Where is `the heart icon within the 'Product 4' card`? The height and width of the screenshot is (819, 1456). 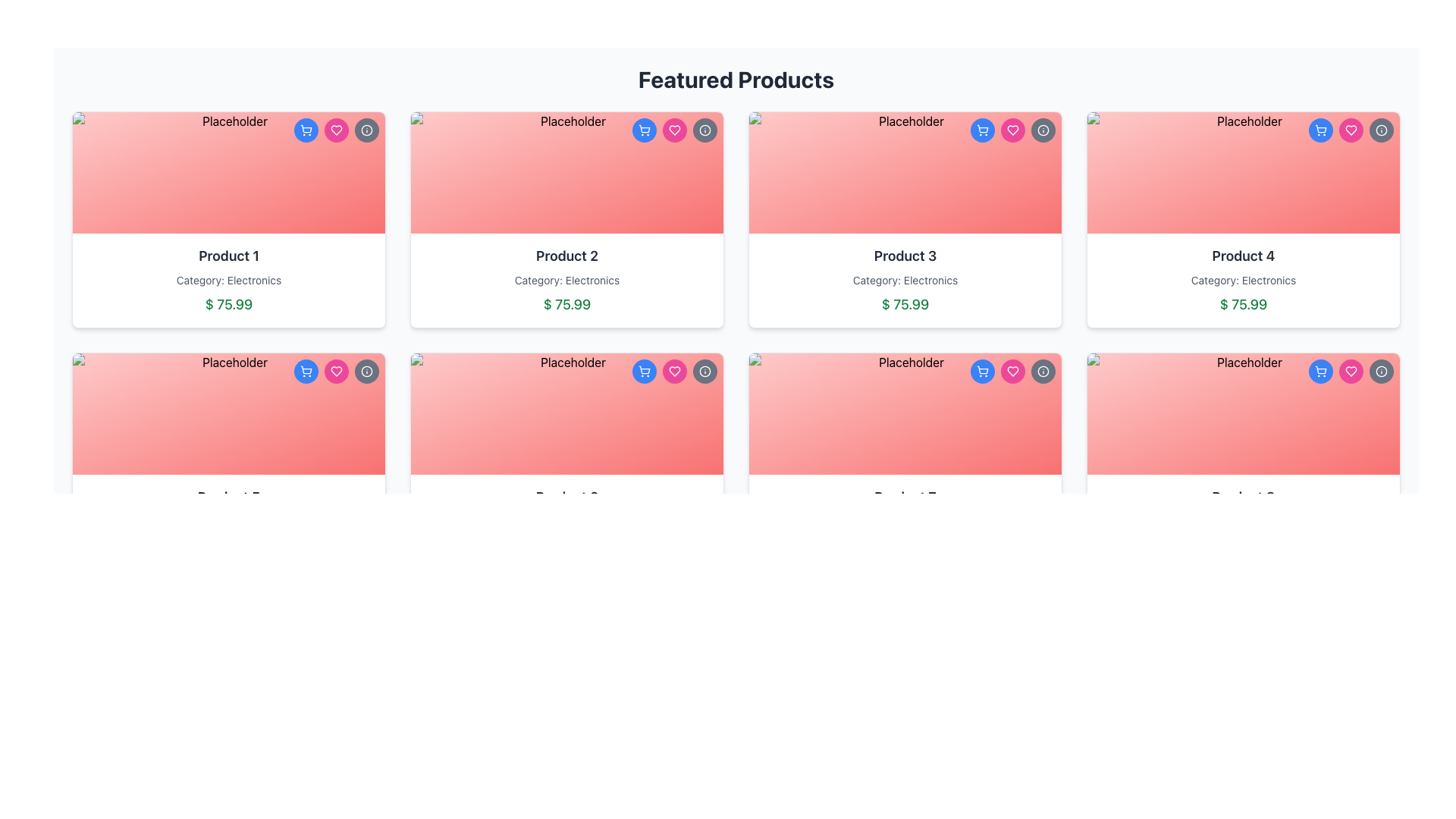 the heart icon within the 'Product 4' card is located at coordinates (1351, 371).